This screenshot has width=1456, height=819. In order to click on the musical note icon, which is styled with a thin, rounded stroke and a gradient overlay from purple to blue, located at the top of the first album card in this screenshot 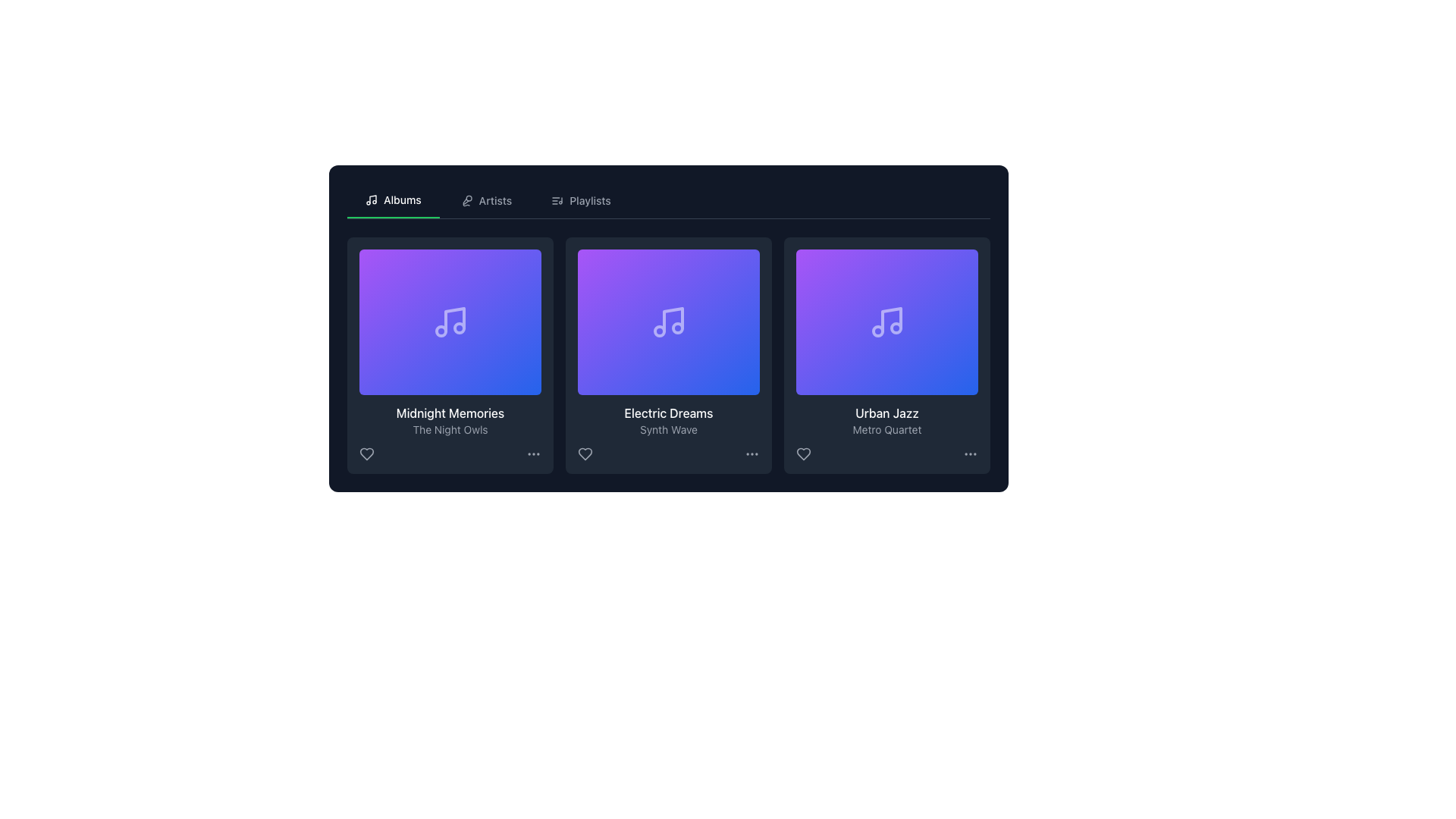, I will do `click(450, 321)`.